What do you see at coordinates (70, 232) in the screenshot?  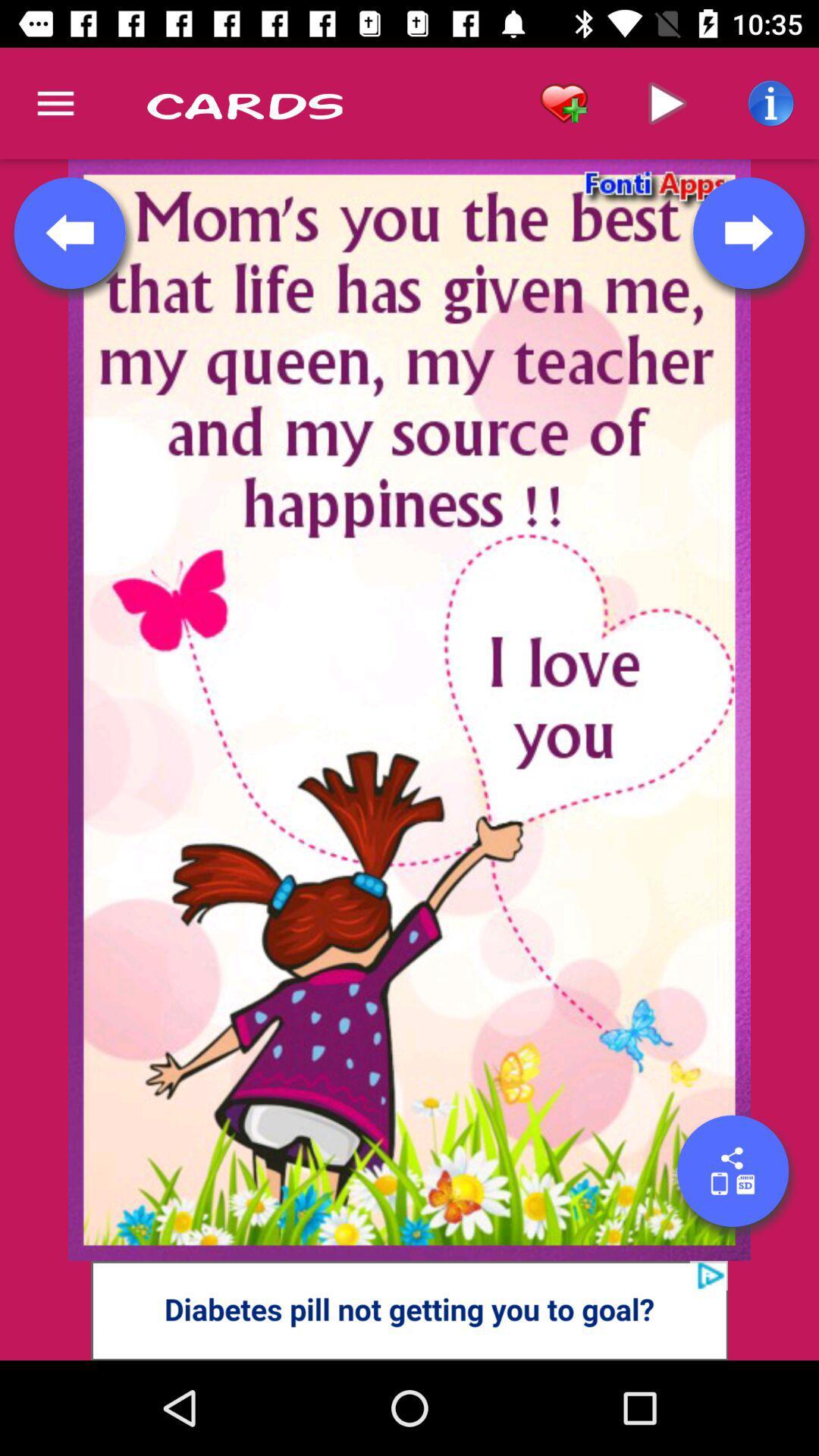 I see `the arrow_backward icon` at bounding box center [70, 232].